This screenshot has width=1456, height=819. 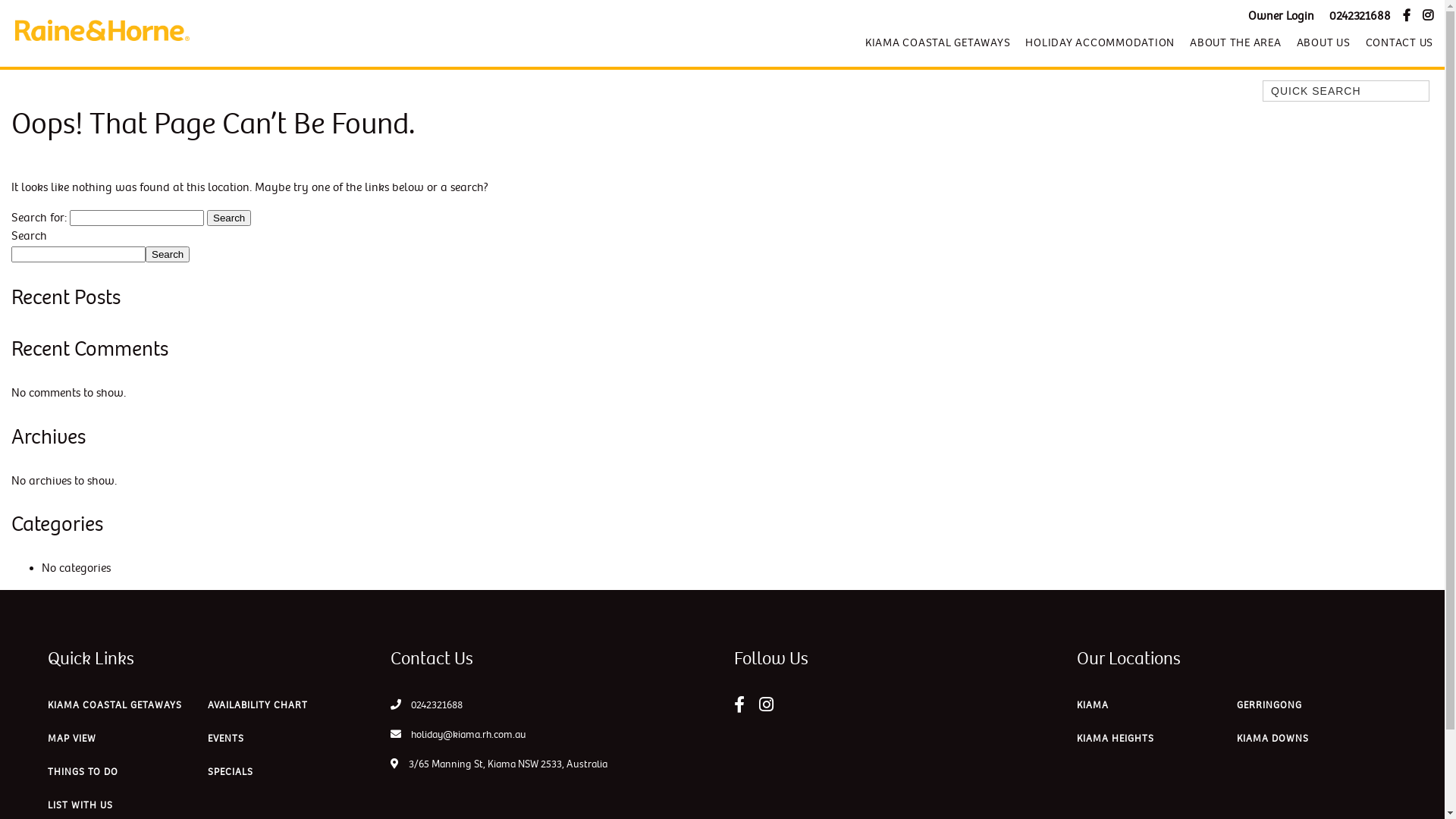 I want to click on 'holiday@kiama.rh.com.au', so click(x=457, y=733).